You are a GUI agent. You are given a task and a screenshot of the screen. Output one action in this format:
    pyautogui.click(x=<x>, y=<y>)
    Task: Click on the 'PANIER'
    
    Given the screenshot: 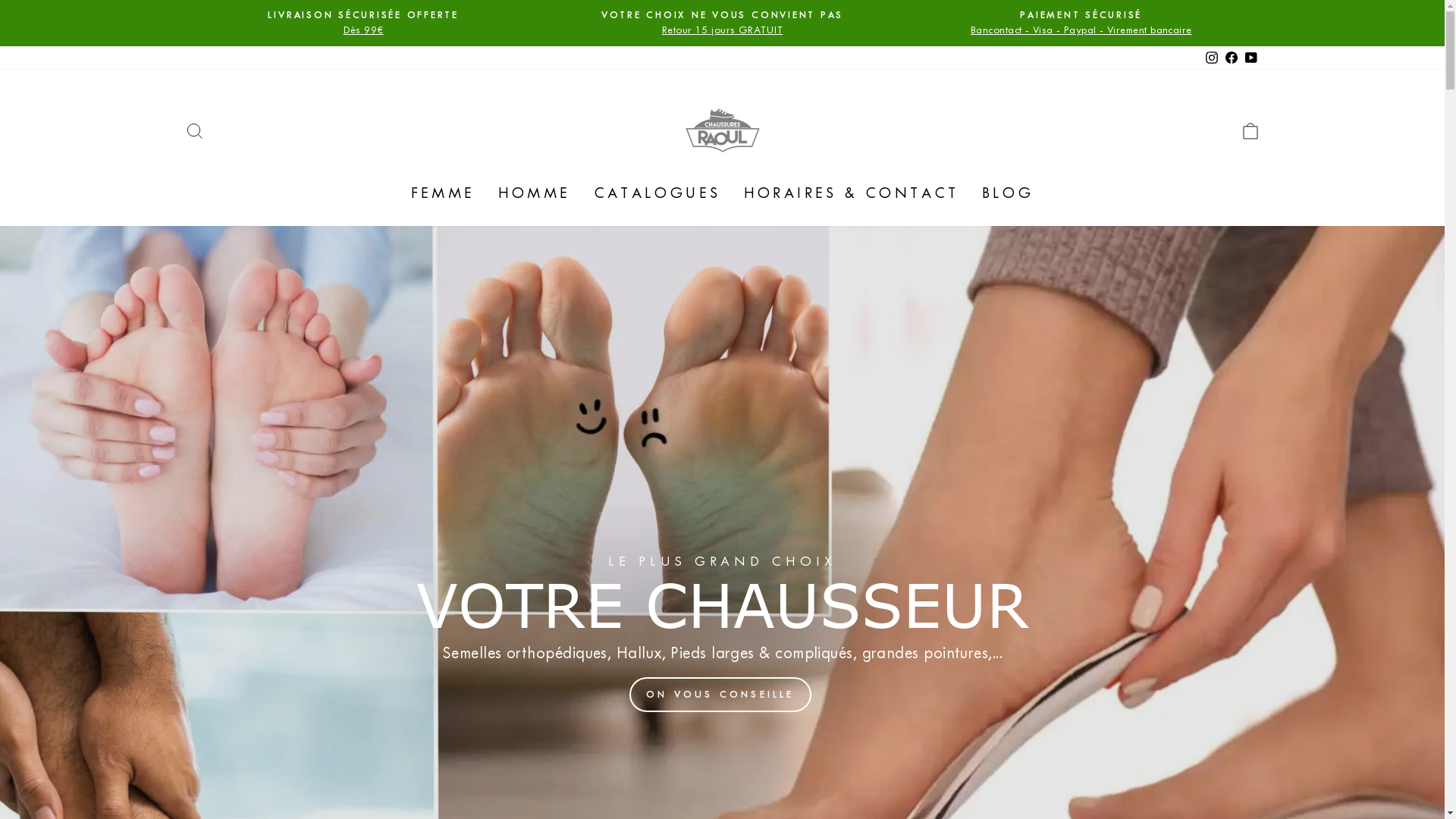 What is the action you would take?
    pyautogui.click(x=1249, y=130)
    